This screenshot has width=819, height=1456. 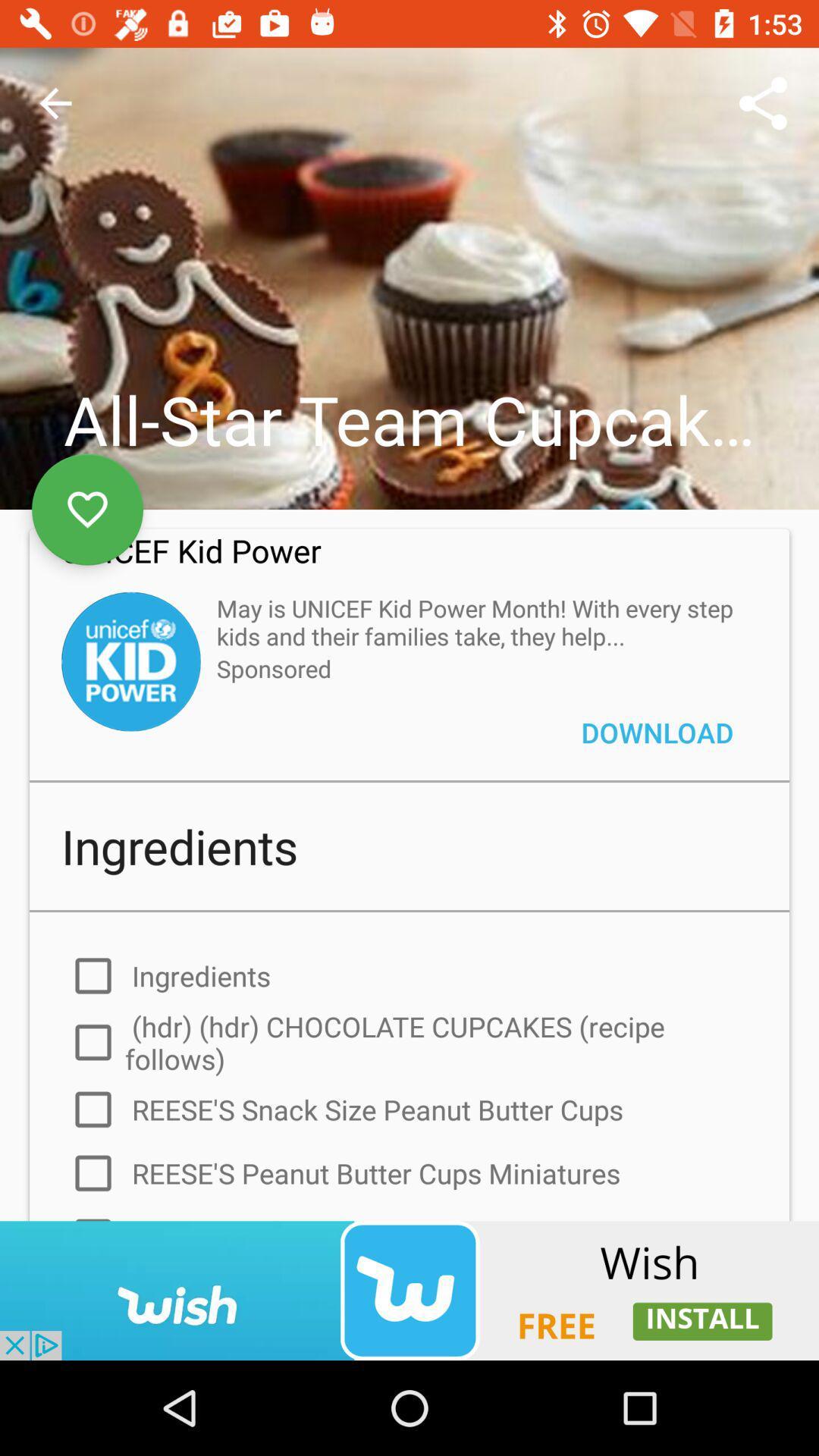 What do you see at coordinates (87, 510) in the screenshot?
I see `save` at bounding box center [87, 510].